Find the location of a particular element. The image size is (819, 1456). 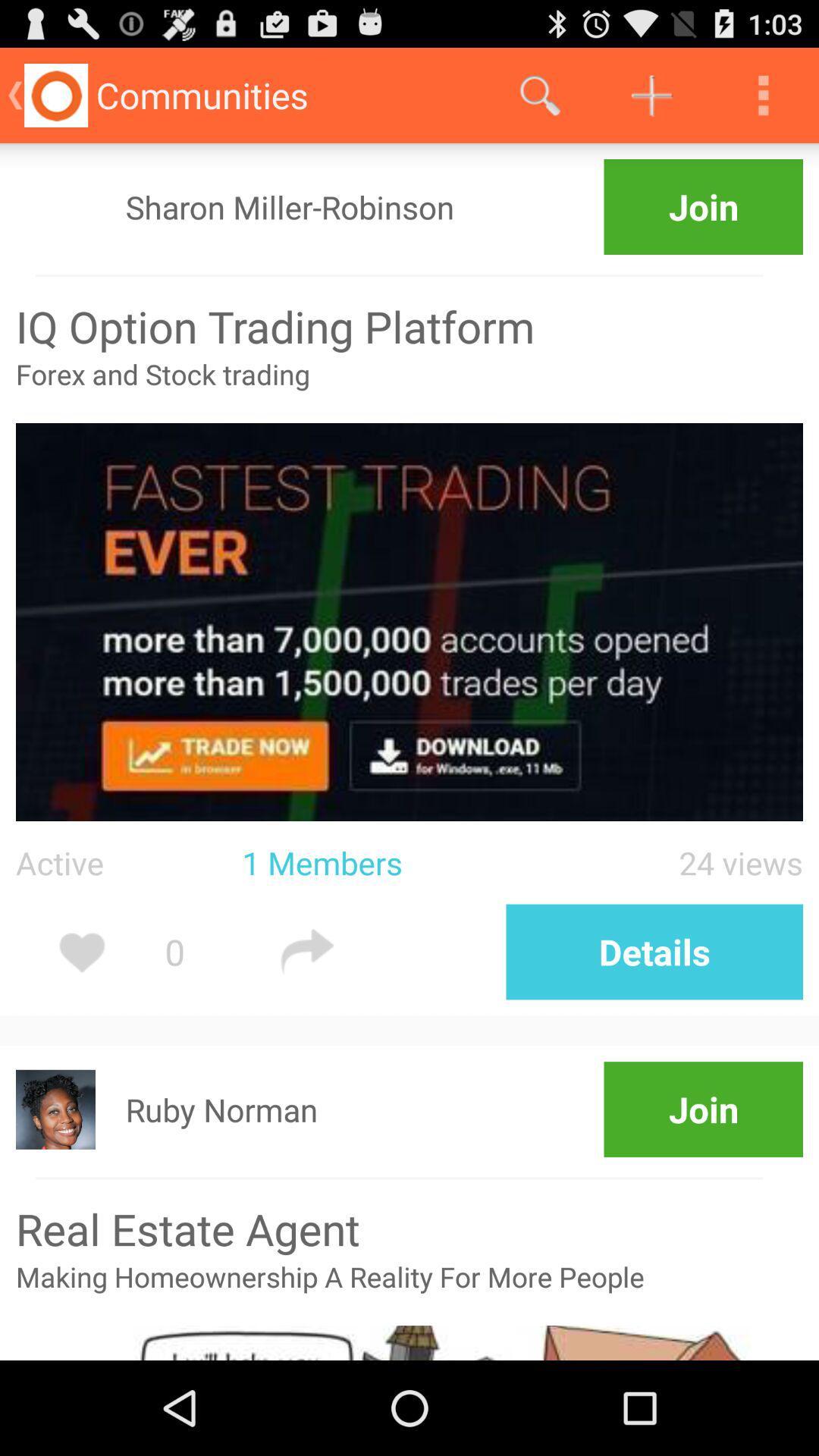

forex and stock icon is located at coordinates (409, 389).